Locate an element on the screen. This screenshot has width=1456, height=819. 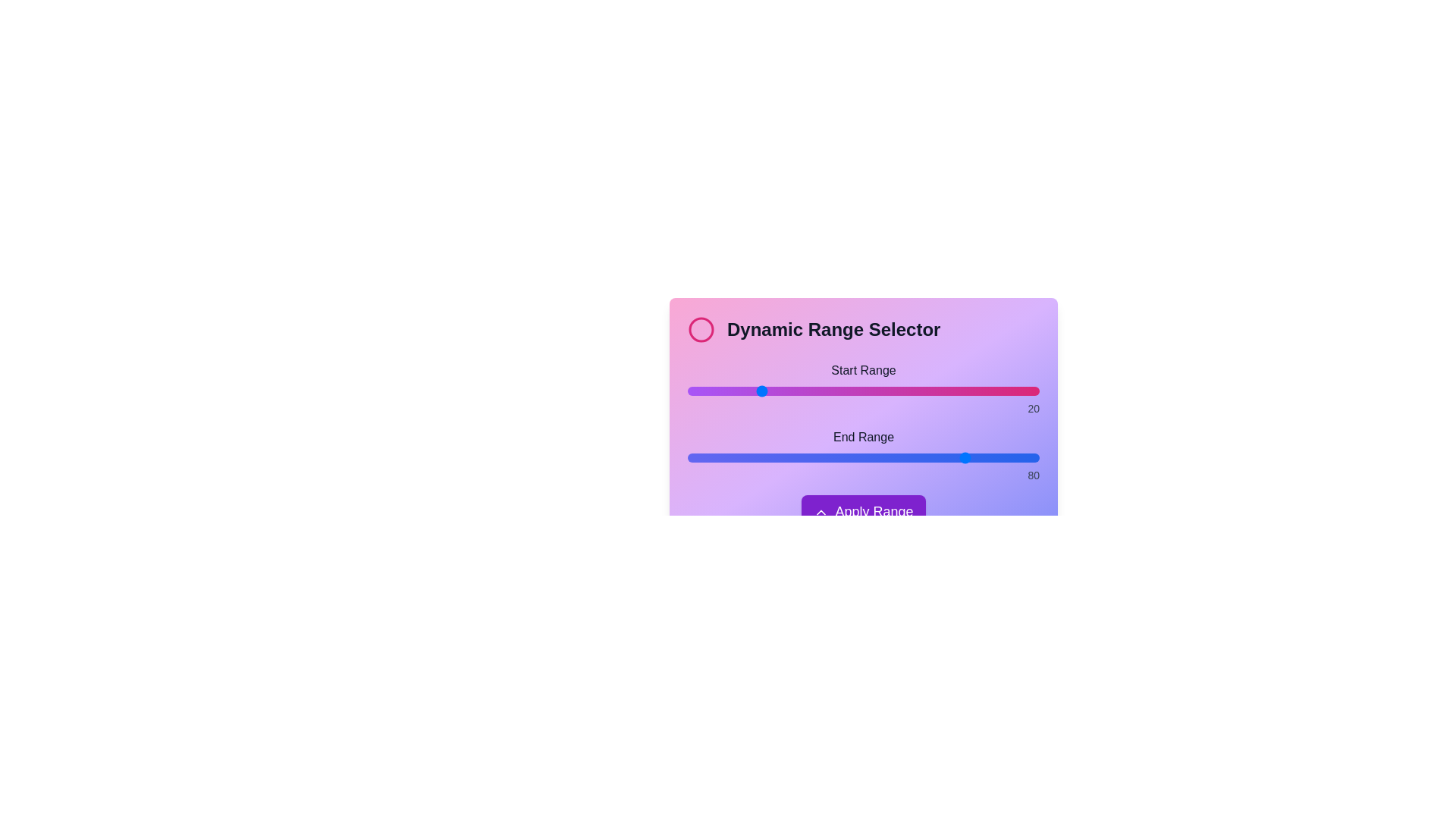
the start range slider to 61 by dragging the slider to the desired position is located at coordinates (902, 391).